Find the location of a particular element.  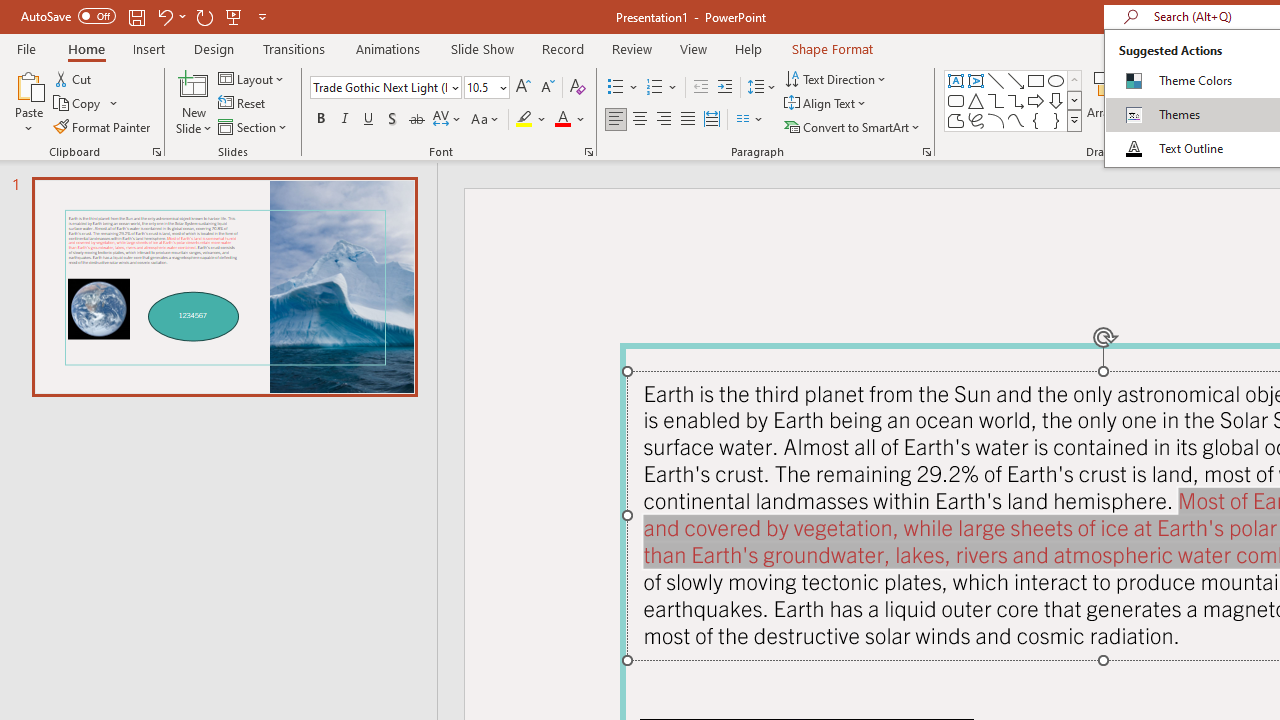

'Increase Font Size' is located at coordinates (522, 86).